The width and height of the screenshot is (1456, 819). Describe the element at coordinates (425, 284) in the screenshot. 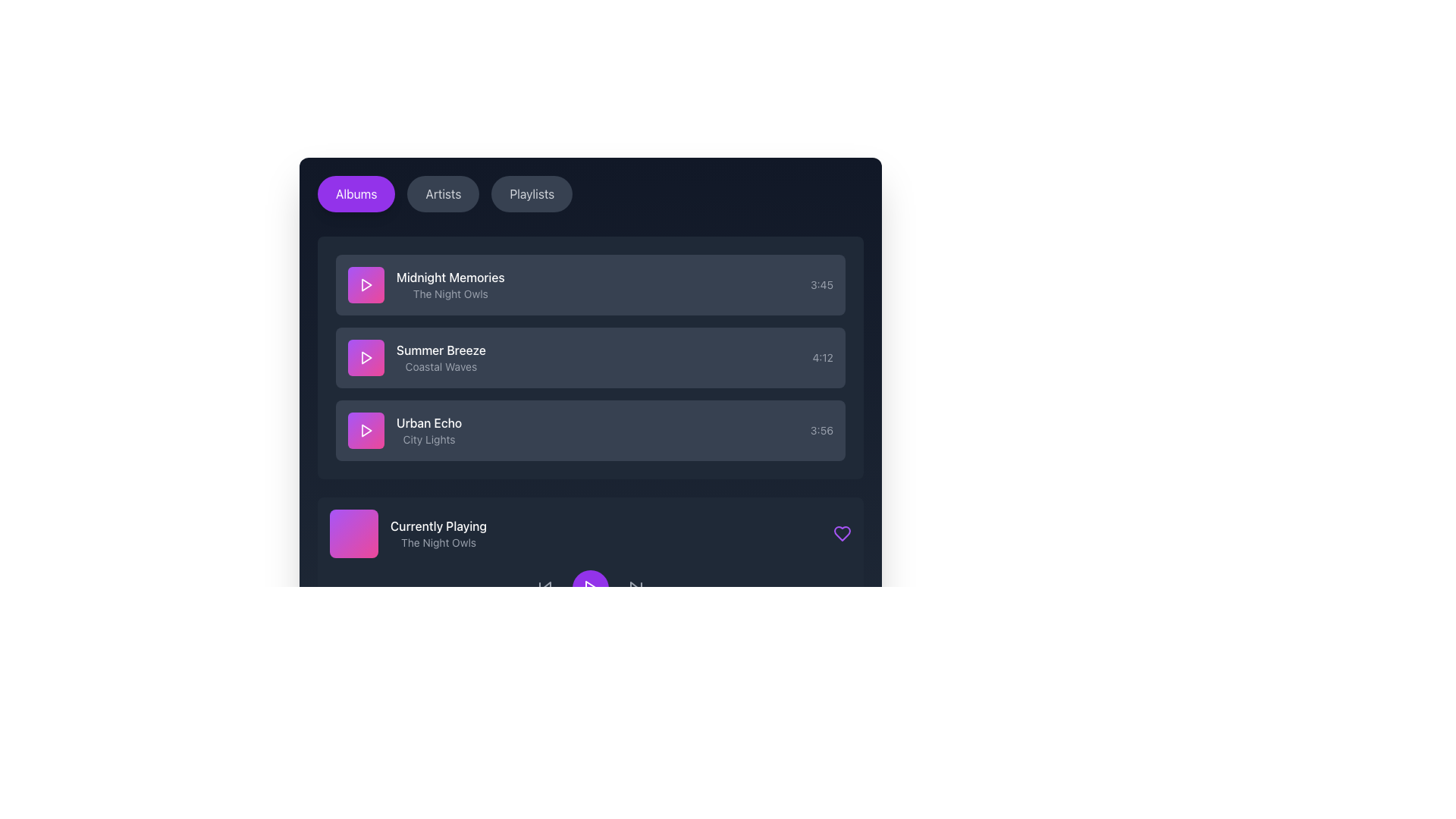

I see `text label displaying 'Midnight Memories' above 'The Night Owls', which is styled with a medium white font and smaller gray font, located in the music item section of the UI` at that location.